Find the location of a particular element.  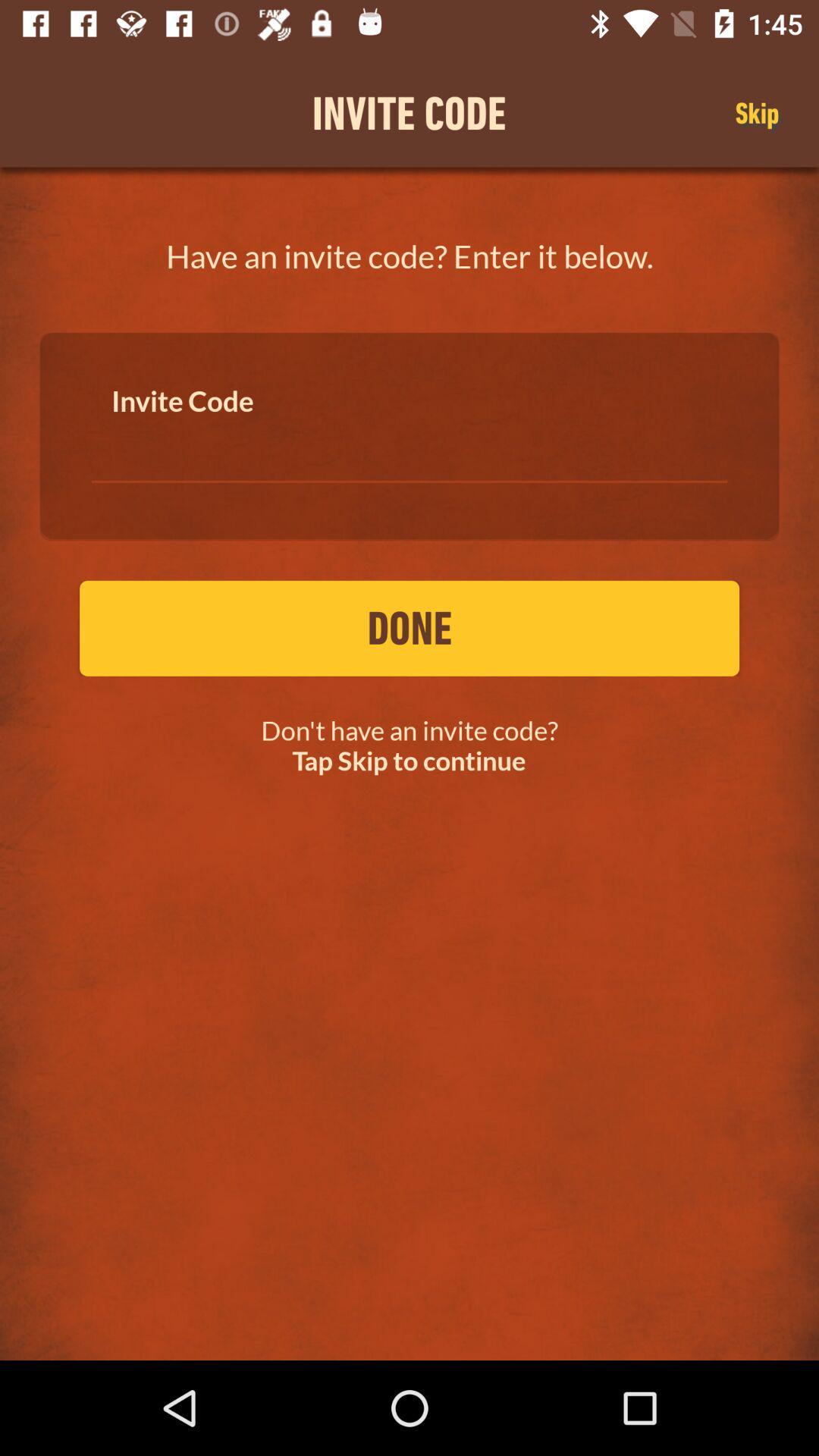

icon above the don t have icon is located at coordinates (409, 628).